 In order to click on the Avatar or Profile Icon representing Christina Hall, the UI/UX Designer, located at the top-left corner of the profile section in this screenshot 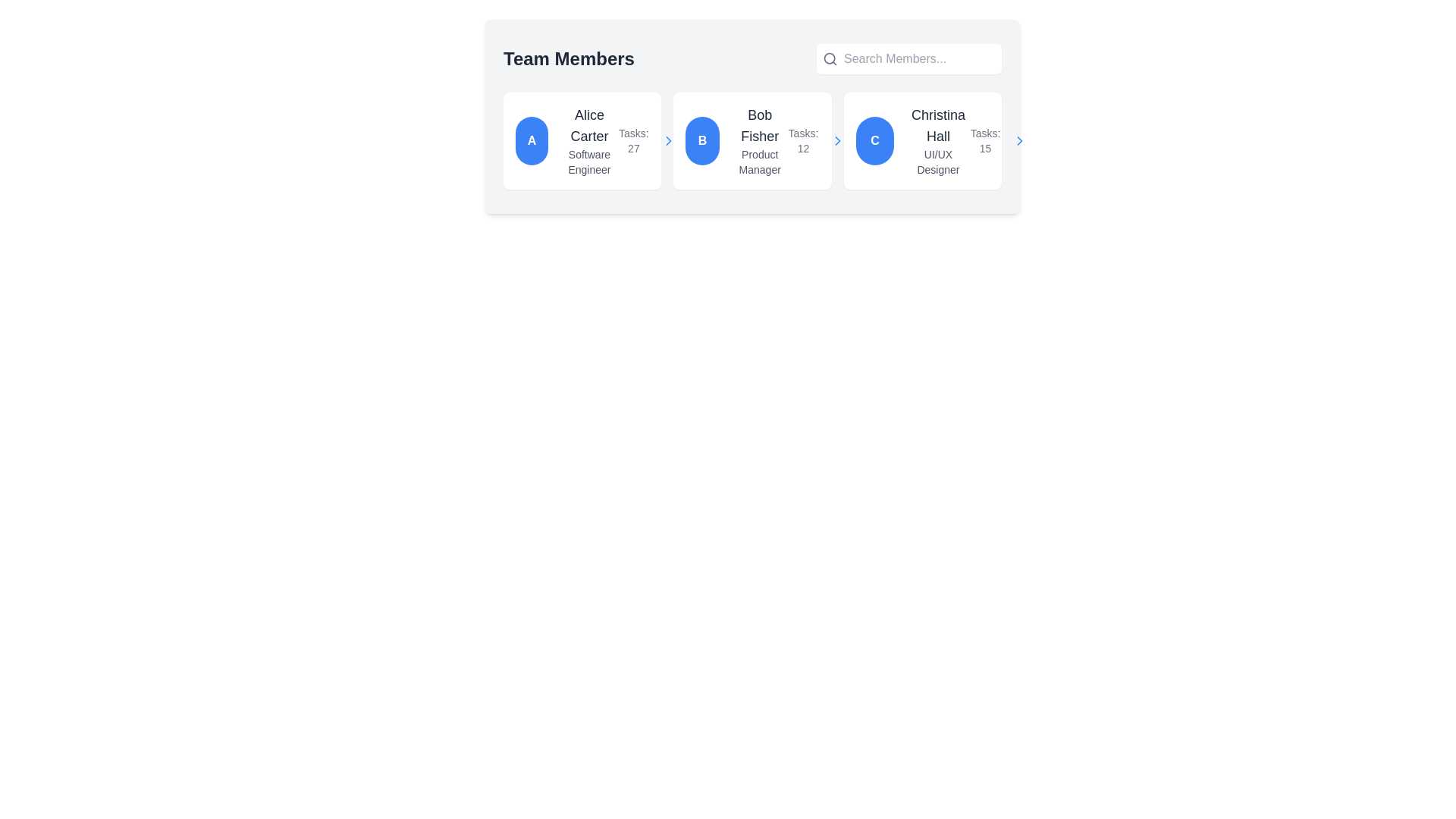, I will do `click(874, 140)`.